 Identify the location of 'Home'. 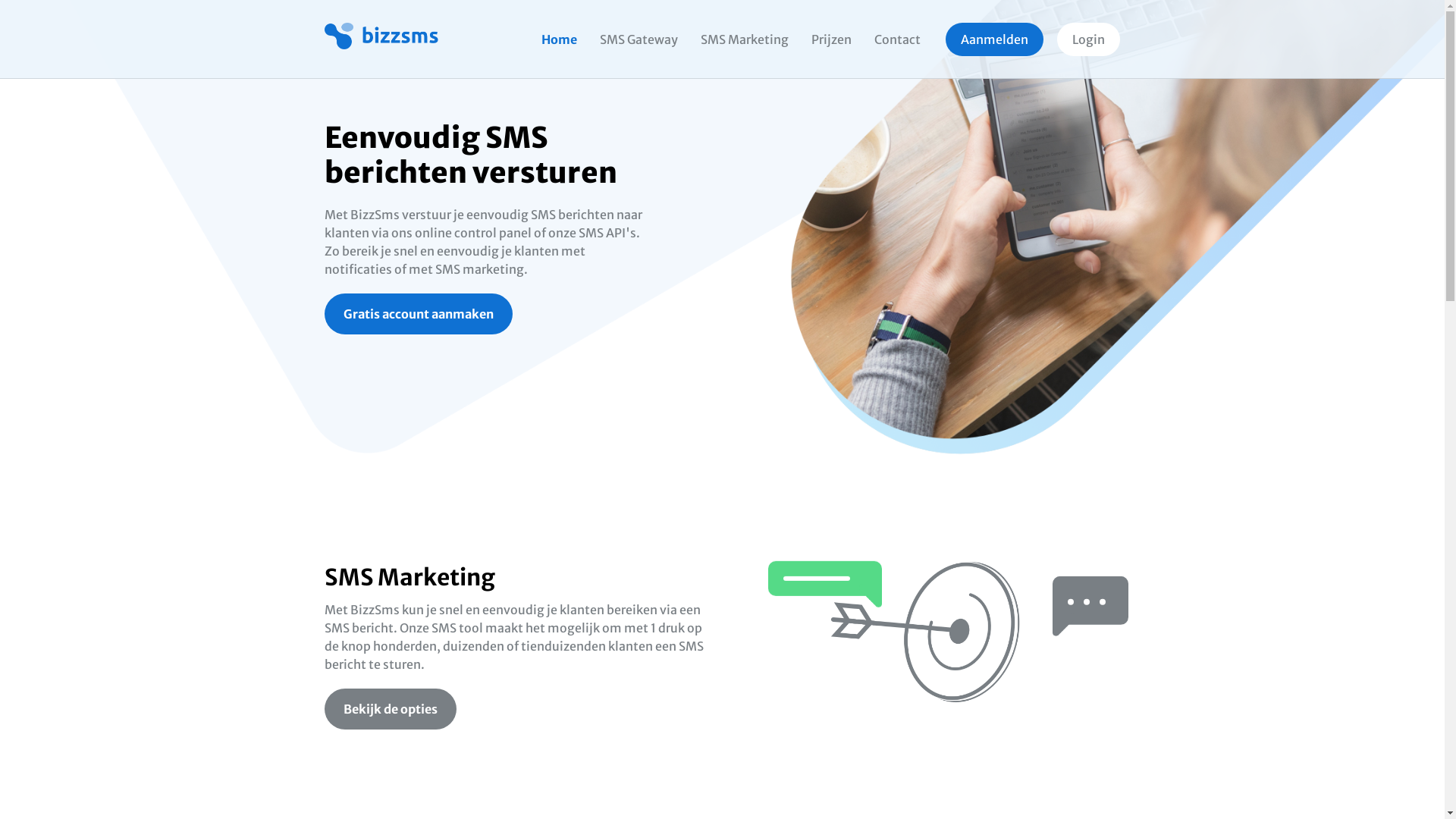
(558, 38).